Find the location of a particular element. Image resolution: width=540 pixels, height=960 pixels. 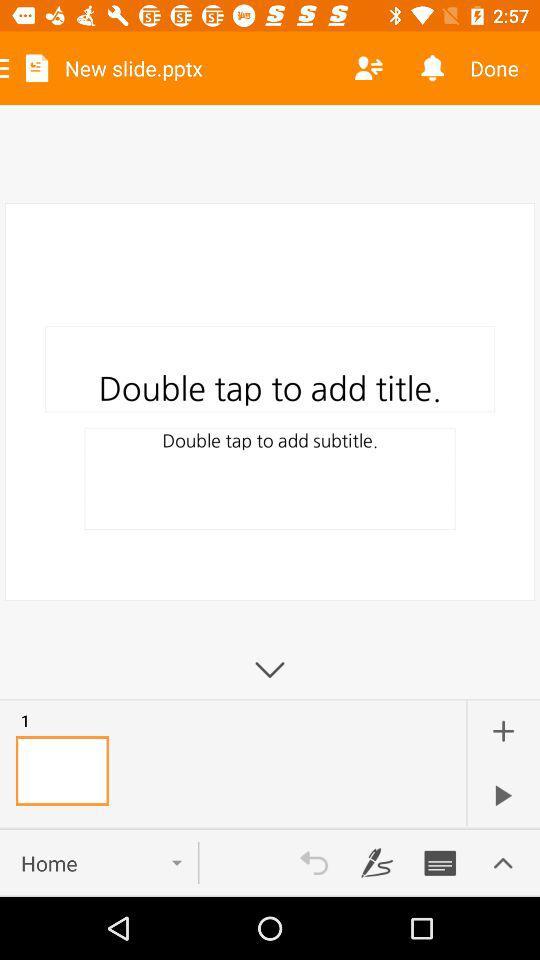

click more details arrow is located at coordinates (502, 862).